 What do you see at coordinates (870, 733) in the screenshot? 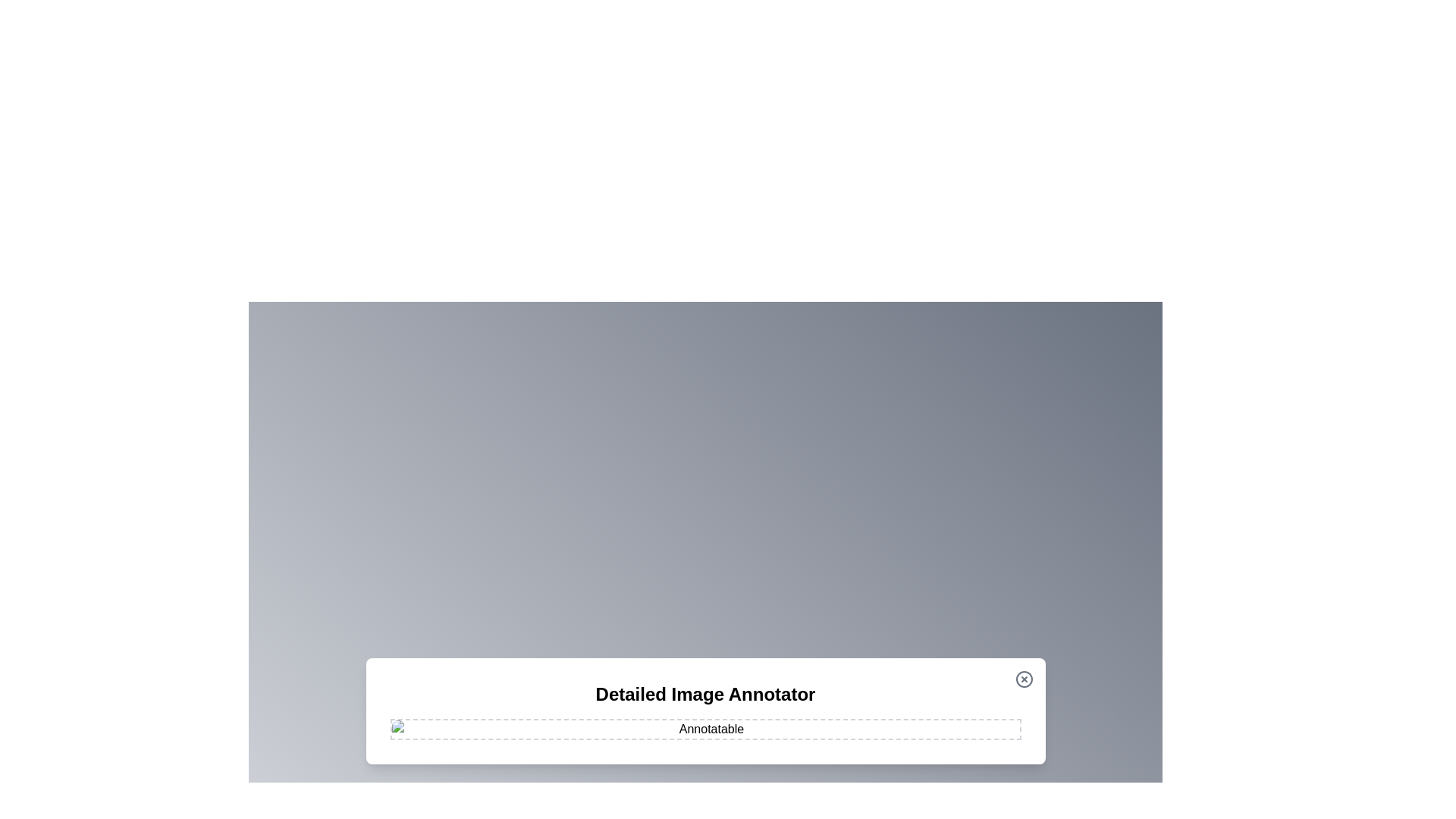
I see `the image at coordinates (1147, 968) to add an annotation` at bounding box center [870, 733].